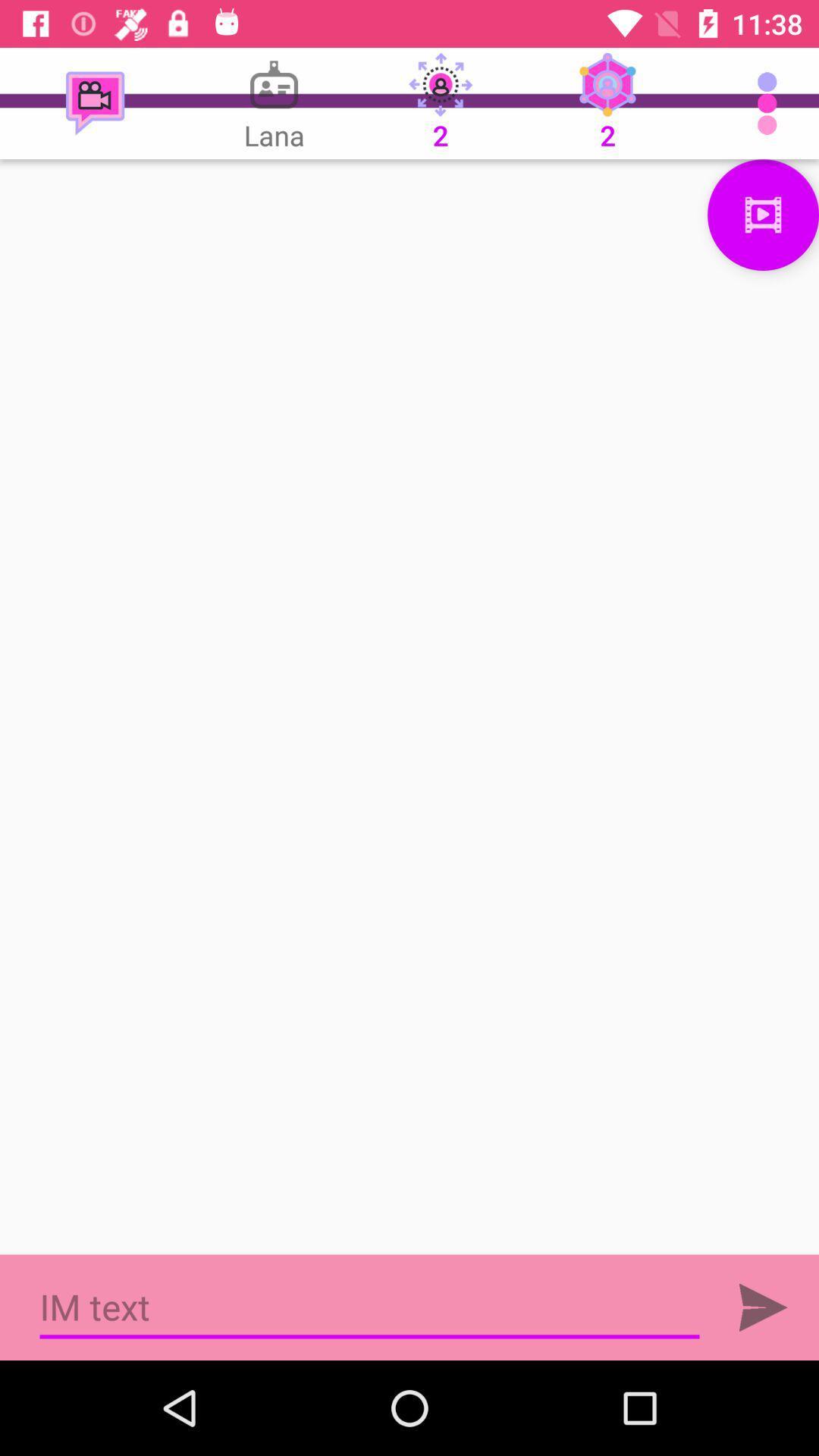 Image resolution: width=819 pixels, height=1456 pixels. I want to click on video play, so click(763, 214).